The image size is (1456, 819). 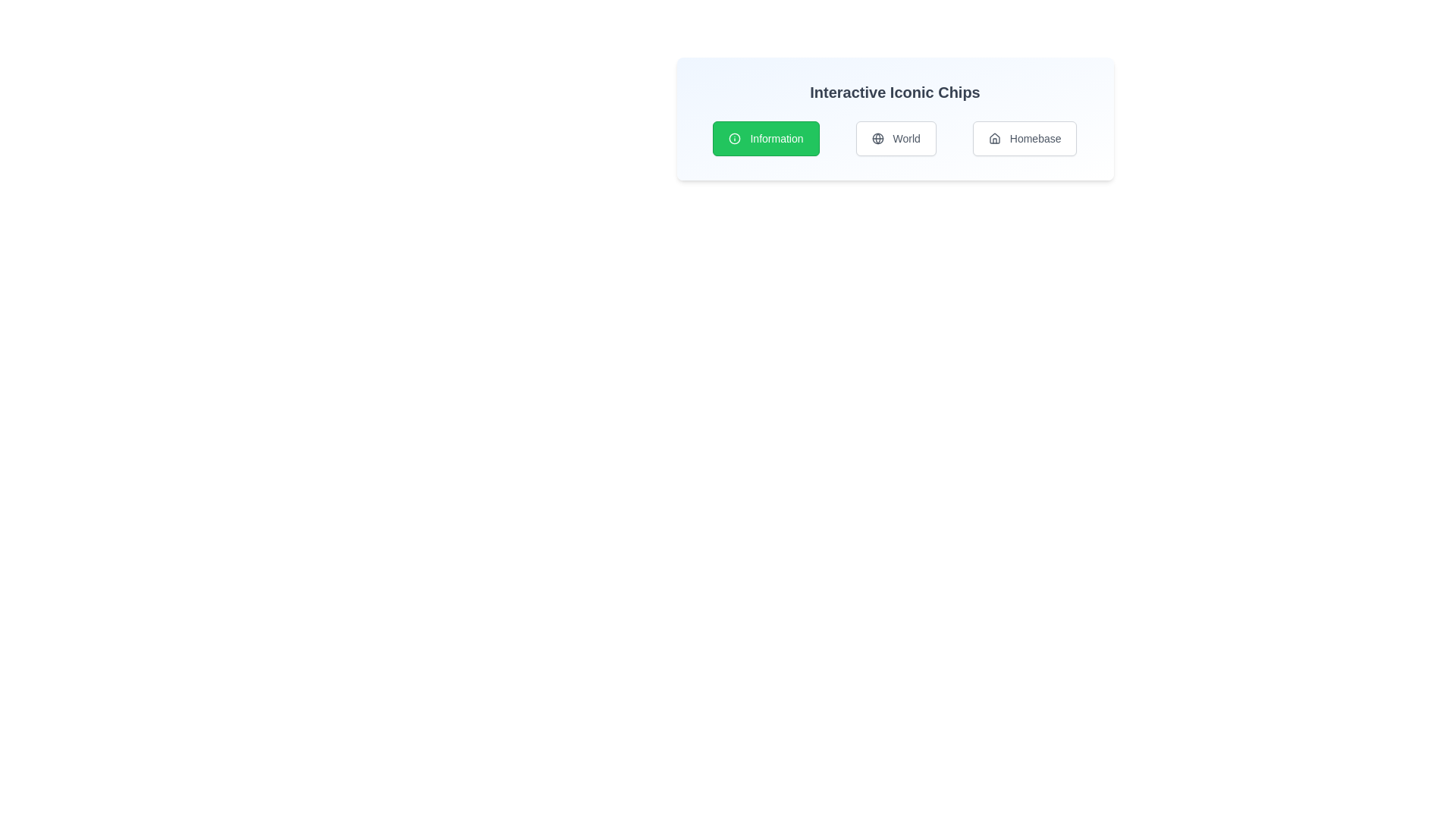 What do you see at coordinates (766, 138) in the screenshot?
I see `the chip labeled Information` at bounding box center [766, 138].